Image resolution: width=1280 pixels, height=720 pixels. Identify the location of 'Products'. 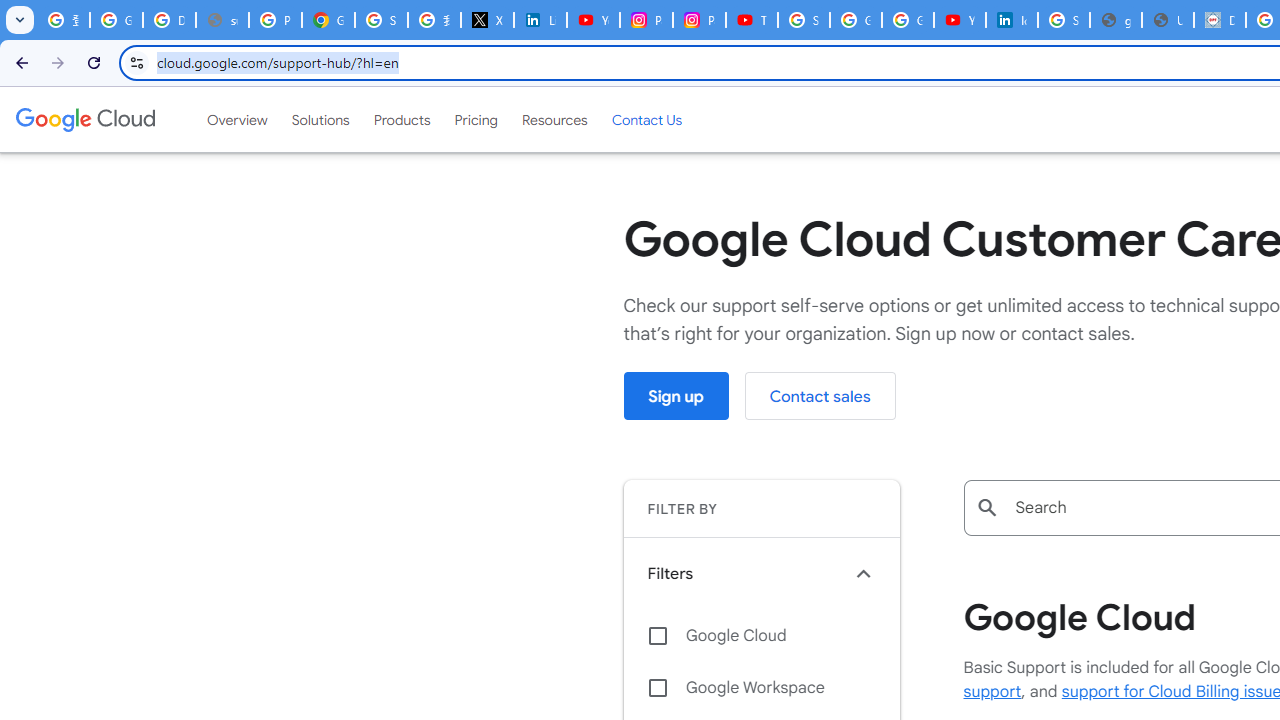
(400, 119).